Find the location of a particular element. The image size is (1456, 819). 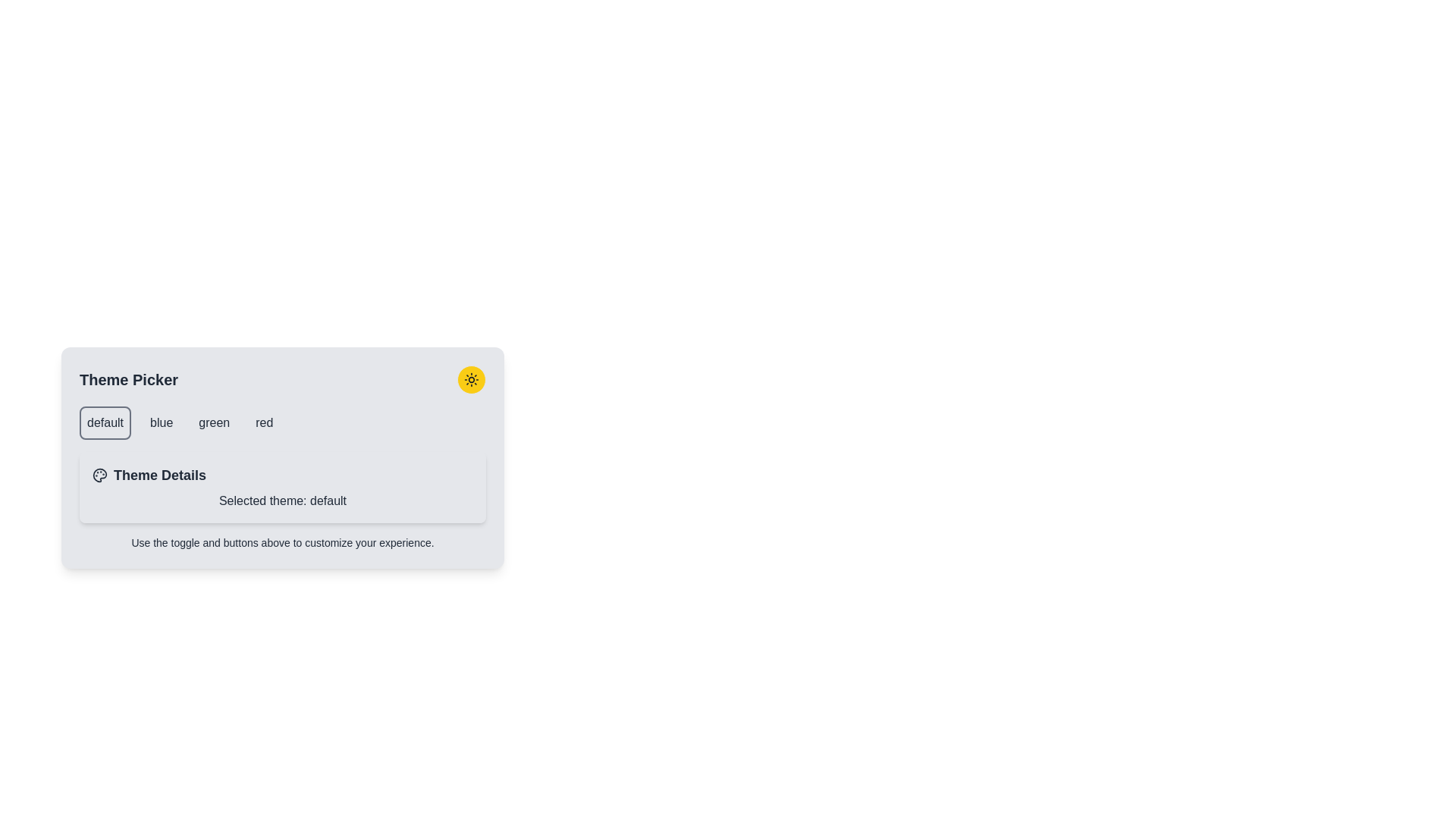

the button group in the Theme Picker card is located at coordinates (283, 423).